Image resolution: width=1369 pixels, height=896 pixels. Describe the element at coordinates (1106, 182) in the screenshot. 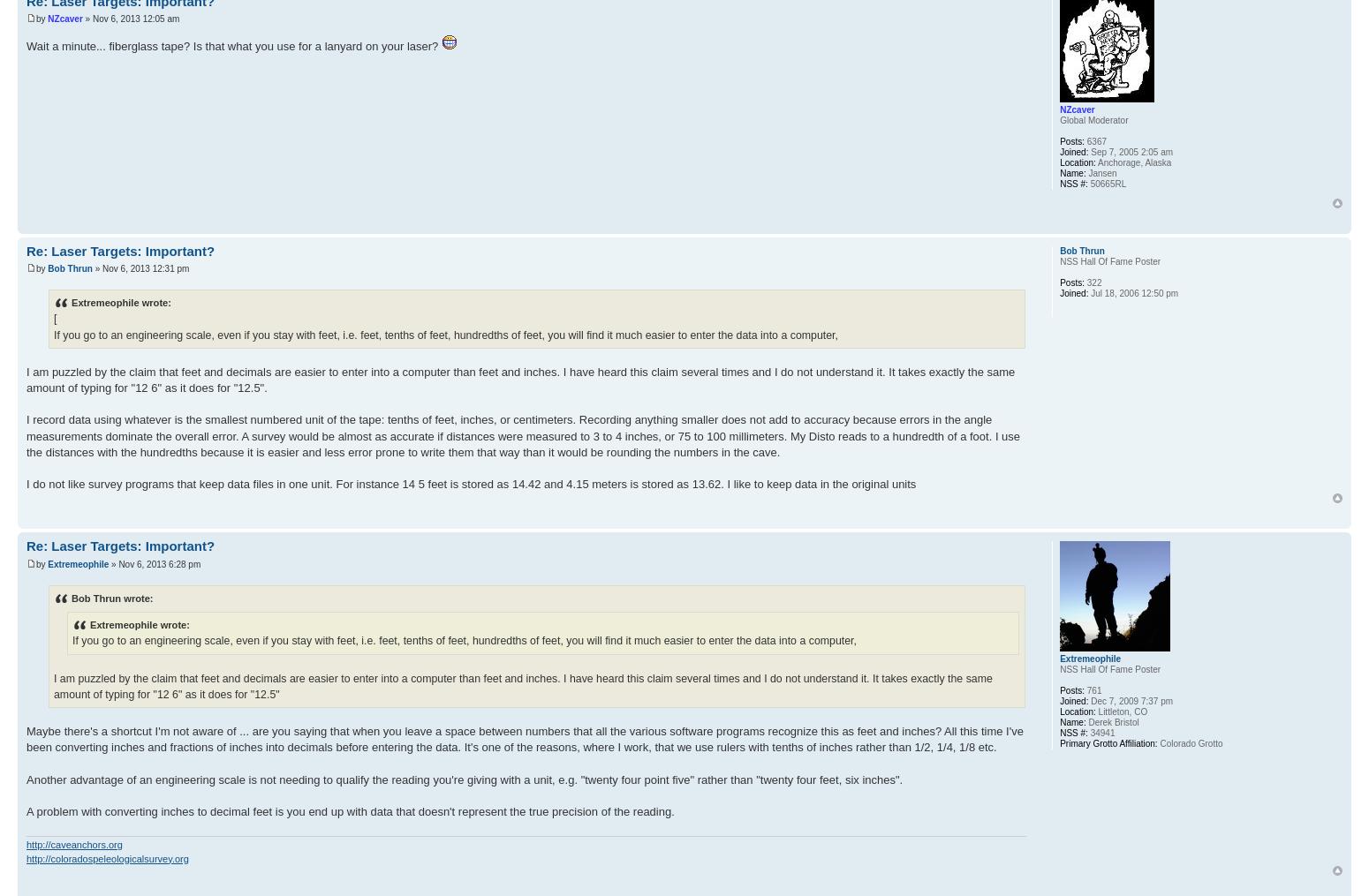

I see `'50665RL'` at that location.